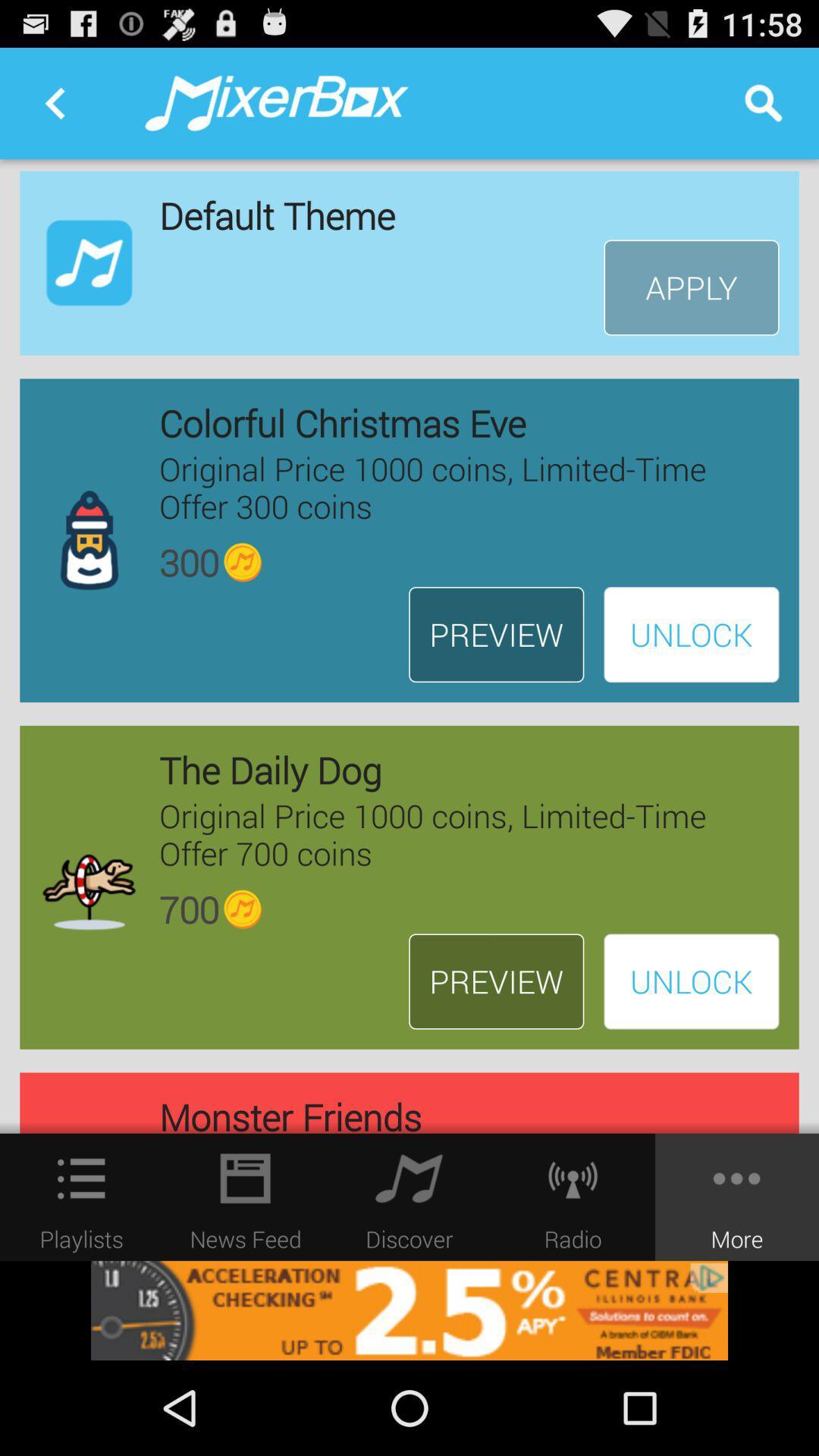 The image size is (819, 1456). Describe the element at coordinates (242, 909) in the screenshot. I see `the coin which is beside 700` at that location.